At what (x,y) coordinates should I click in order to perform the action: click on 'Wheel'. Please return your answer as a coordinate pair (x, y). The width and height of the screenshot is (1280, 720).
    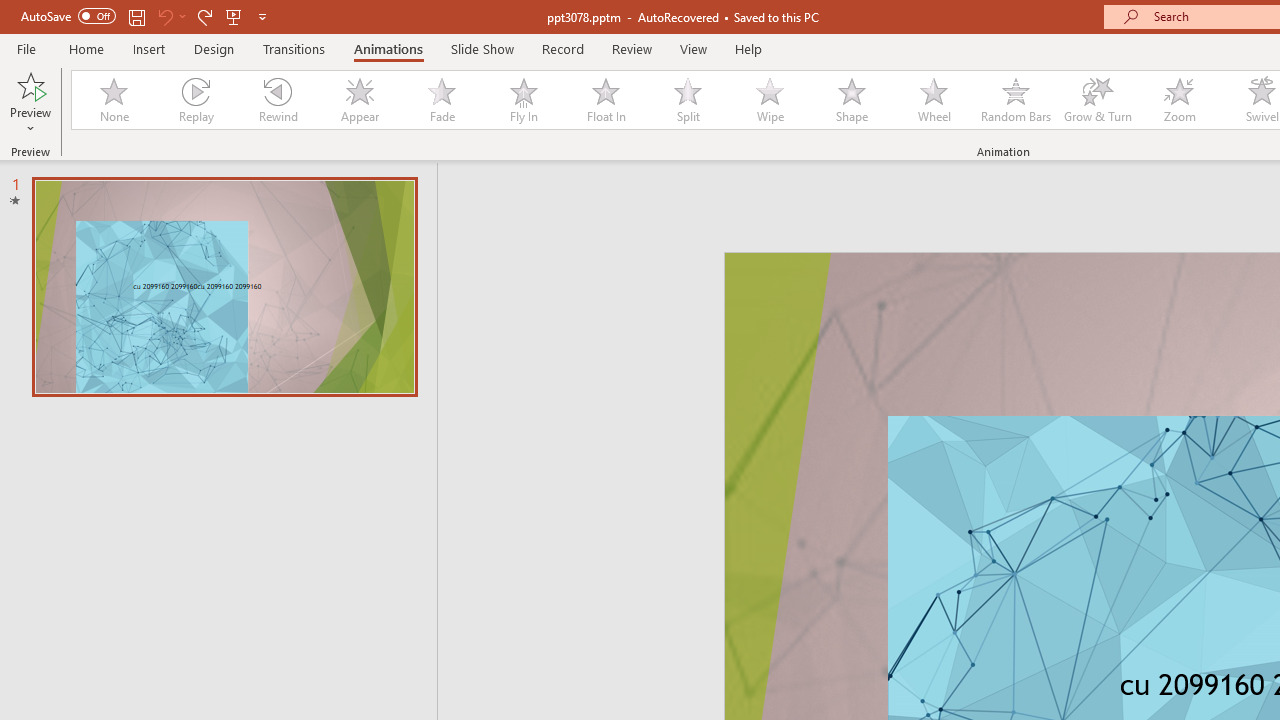
    Looking at the image, I should click on (933, 100).